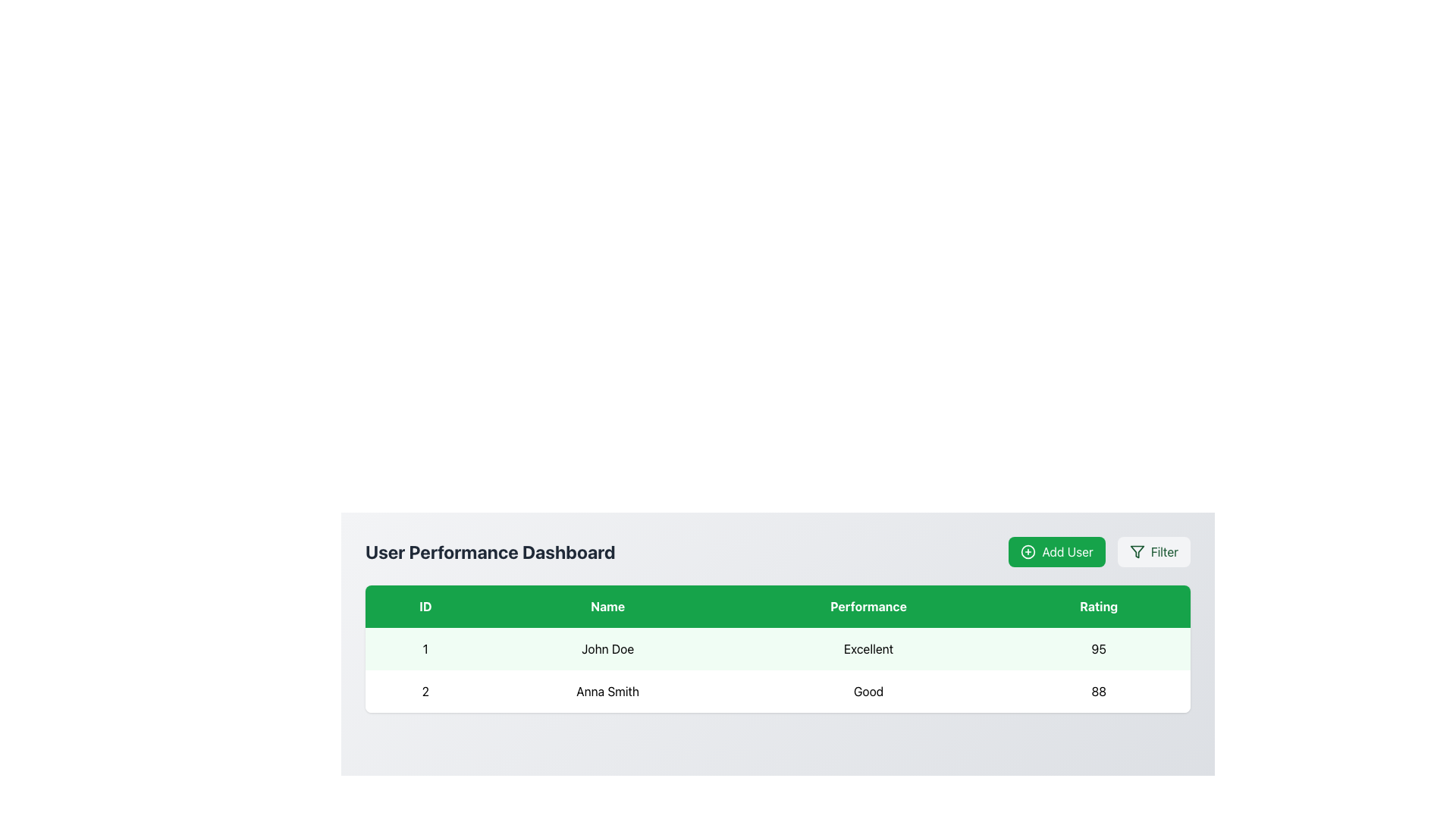 The width and height of the screenshot is (1456, 819). I want to click on header label 'Name' from the second column header of the table, which is displayed in bold white font on a green background, so click(607, 605).